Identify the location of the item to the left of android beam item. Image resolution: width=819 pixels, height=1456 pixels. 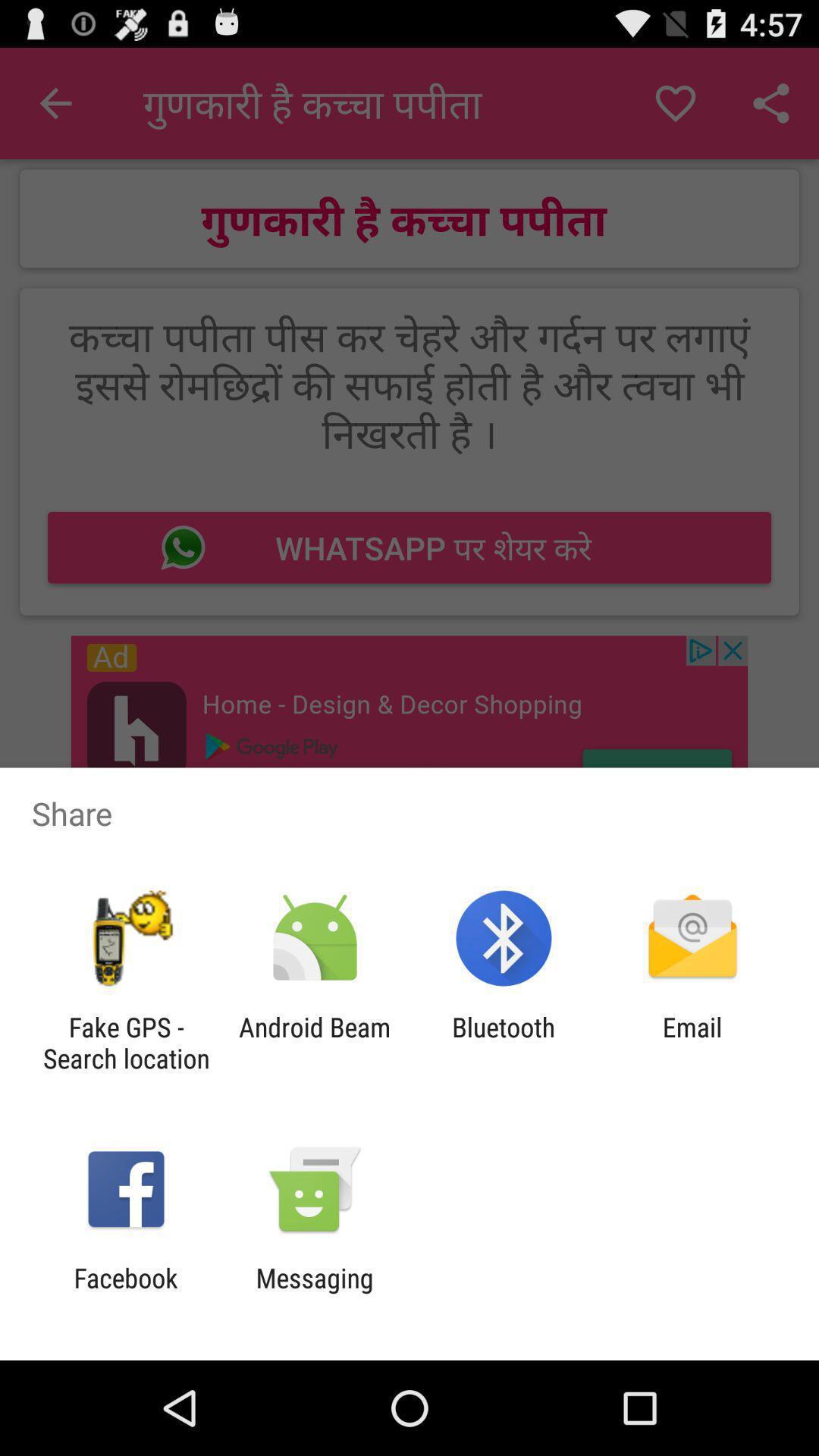
(125, 1042).